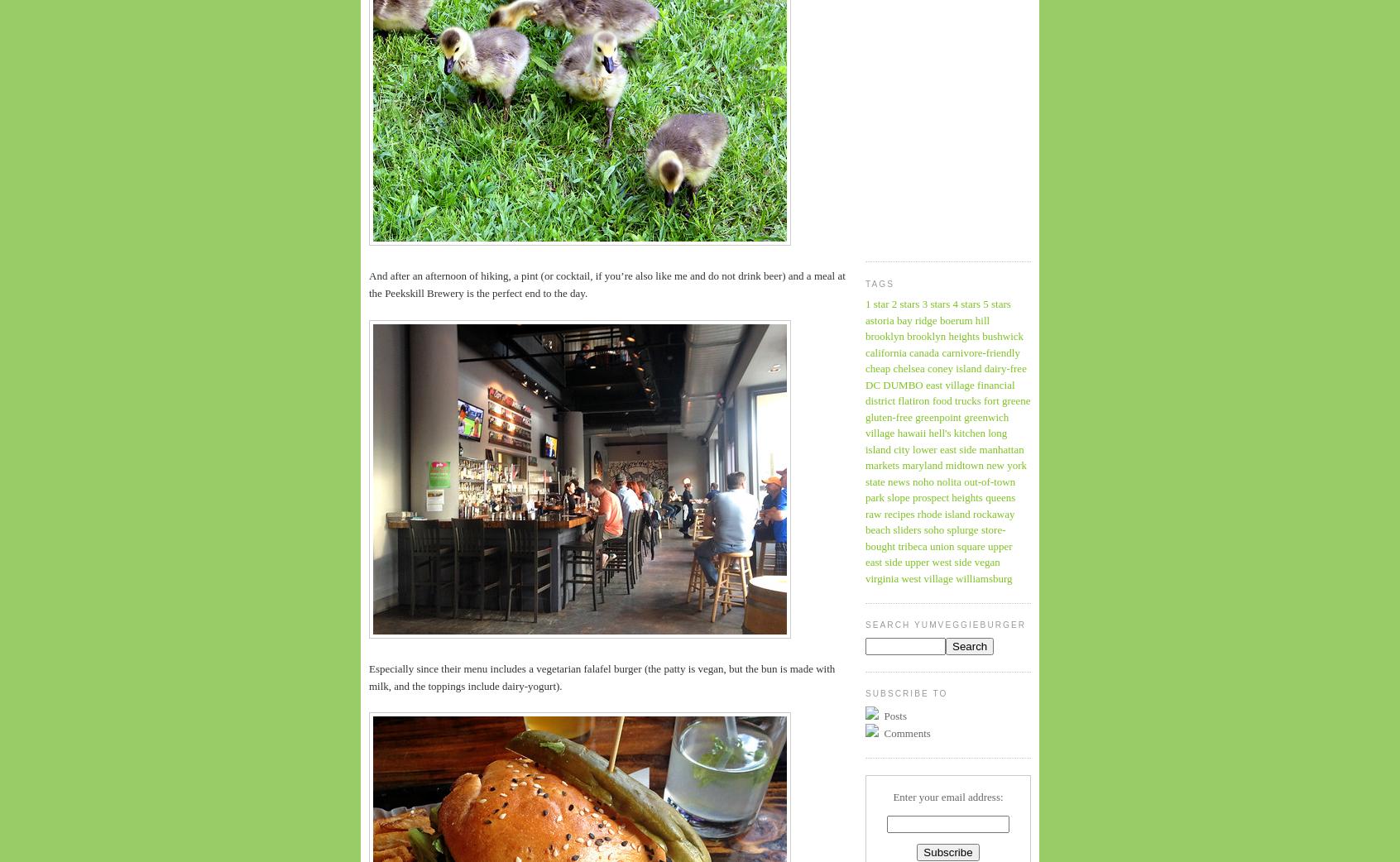 This screenshot has height=862, width=1400. I want to click on 'noho', so click(923, 480).